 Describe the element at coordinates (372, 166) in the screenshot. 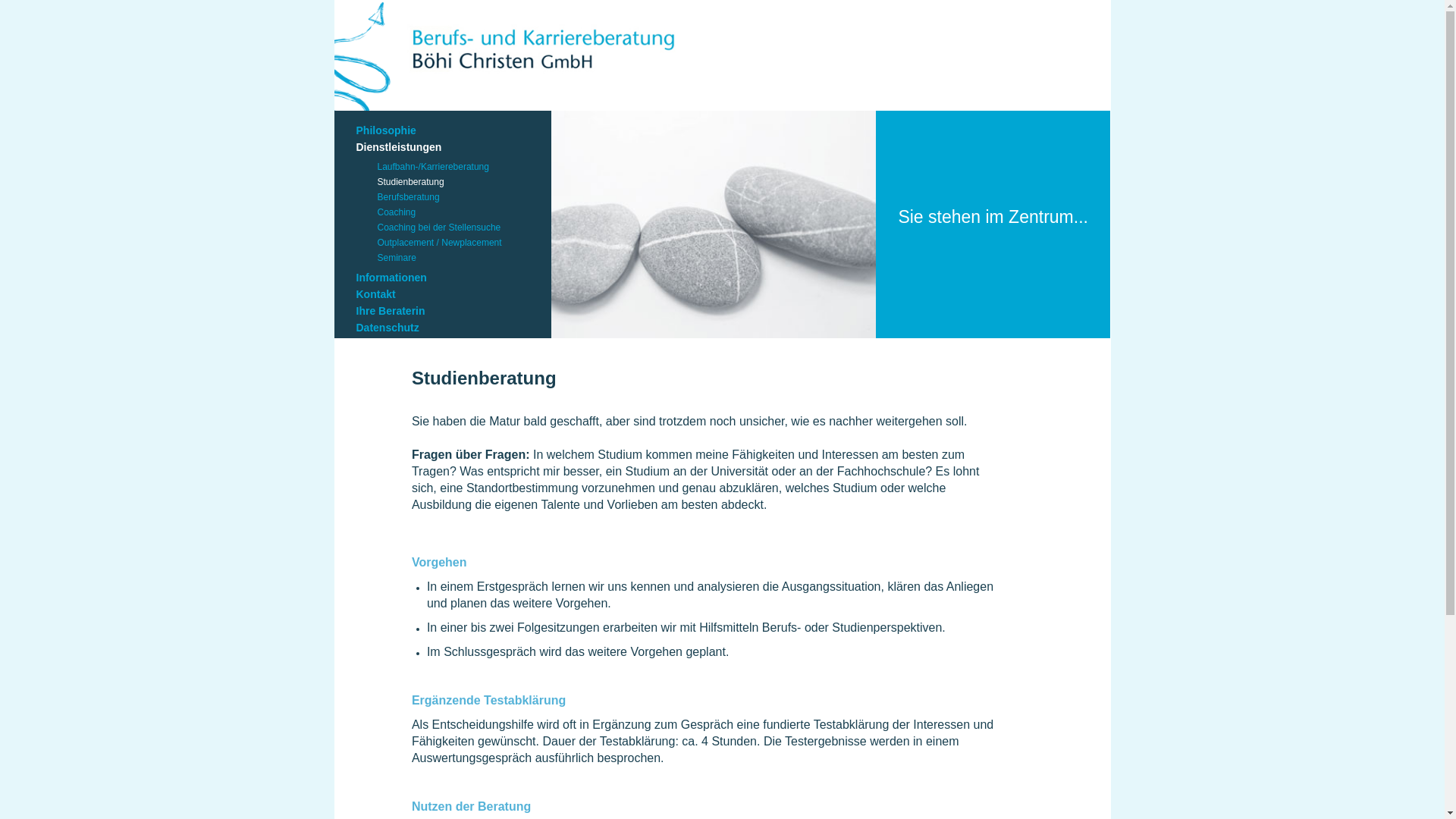

I see `'Laufbahn-/Karriereberatung'` at that location.